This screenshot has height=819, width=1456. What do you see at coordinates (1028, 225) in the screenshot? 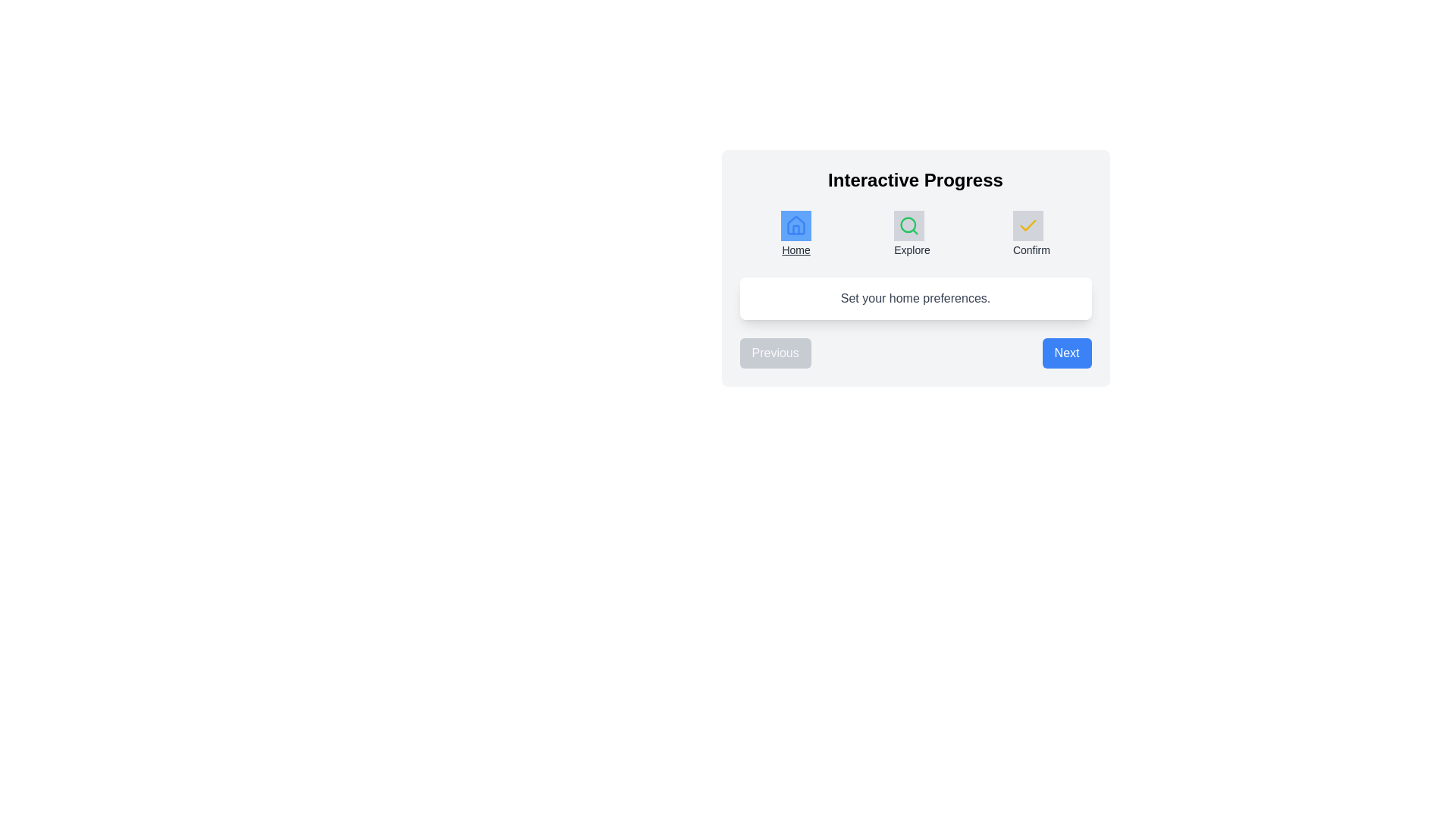
I see `the Confirm icon to inspect its details` at bounding box center [1028, 225].